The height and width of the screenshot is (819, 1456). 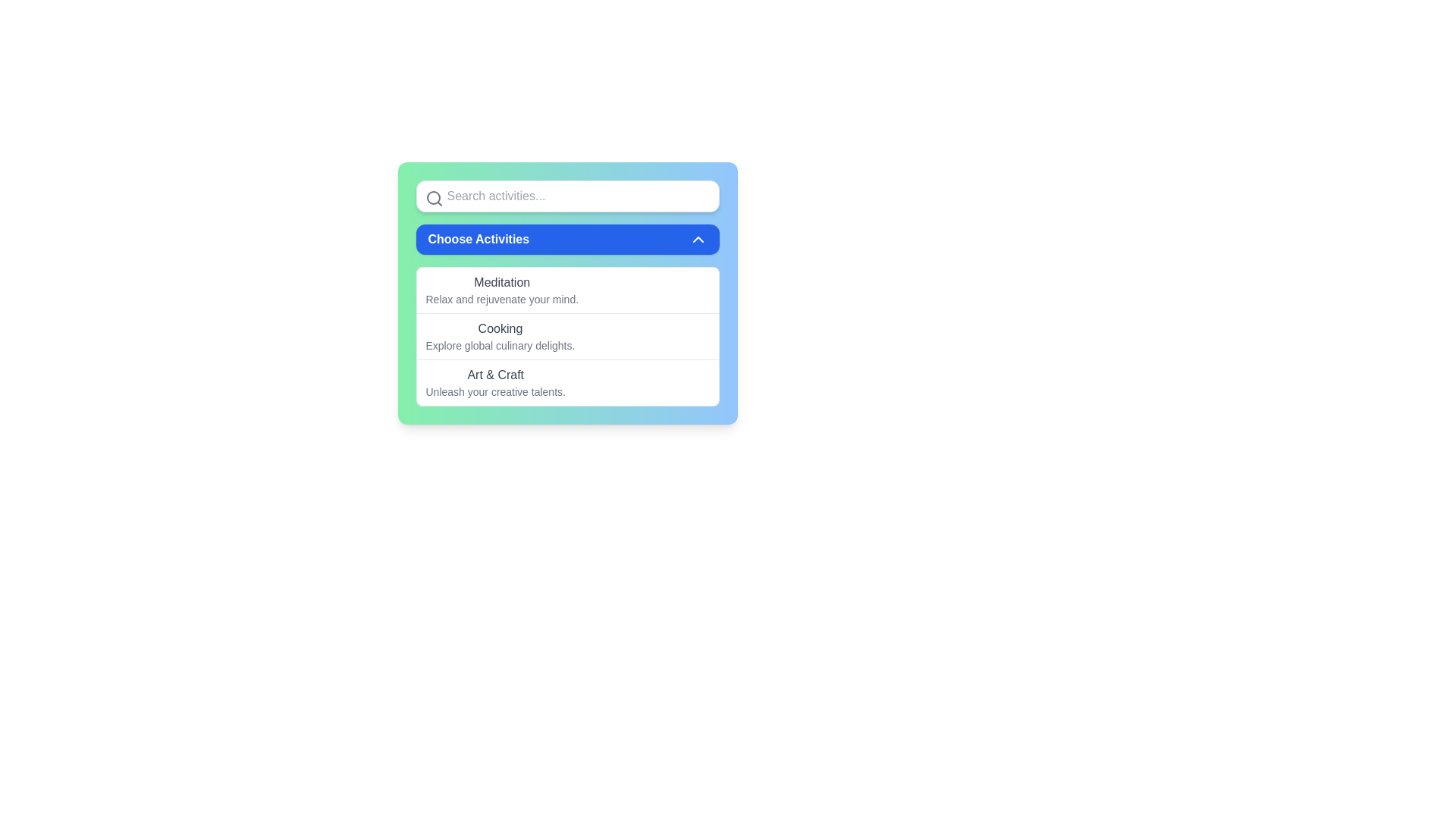 I want to click on the small upward-pointing chevron icon with a thin, white outline against a blue background, located at the far-right edge of the blue bar labeled 'Choose Activities', so click(x=697, y=239).